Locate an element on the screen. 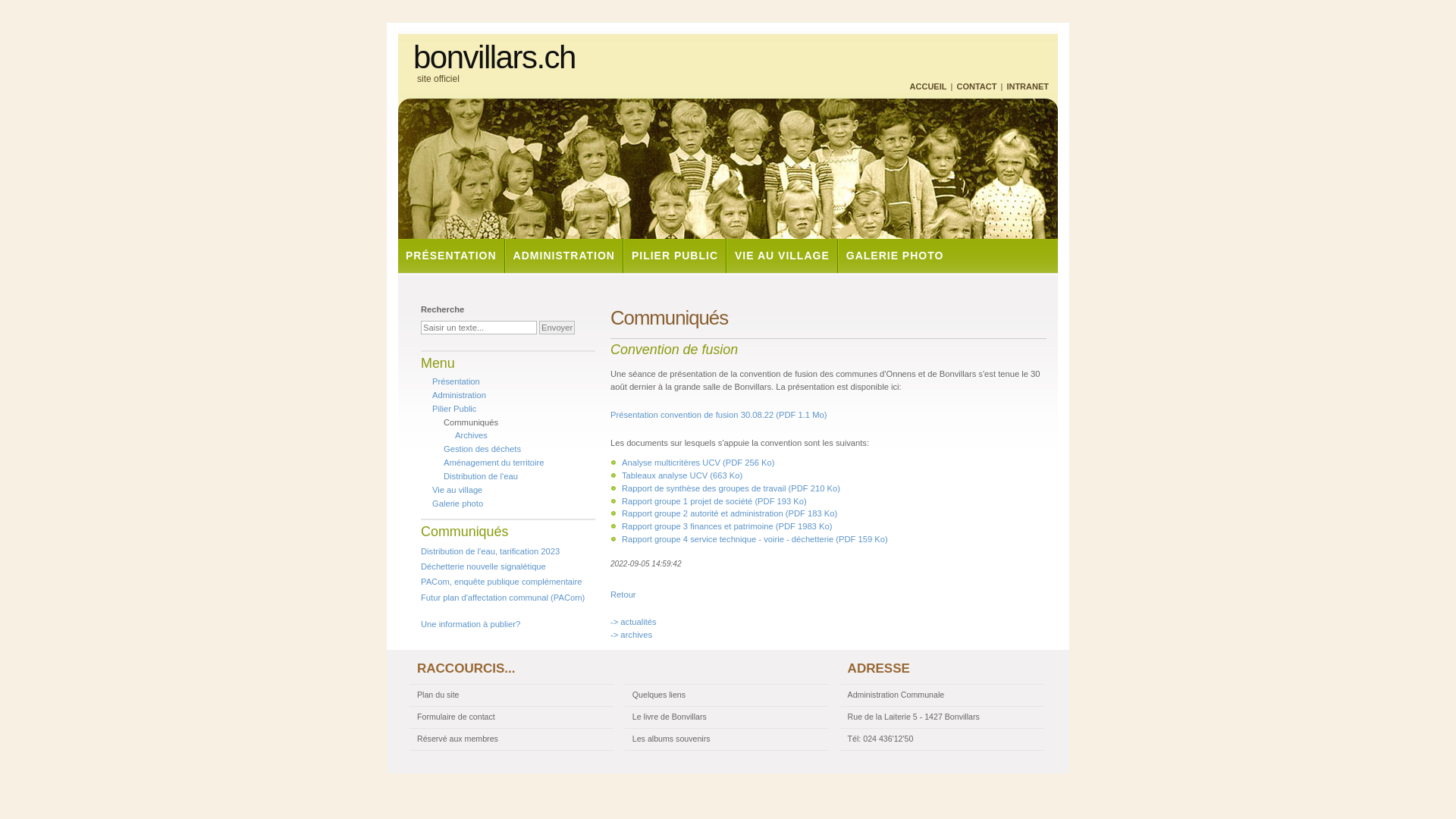 The image size is (1456, 819). 'ACCUEIL' is located at coordinates (927, 86).